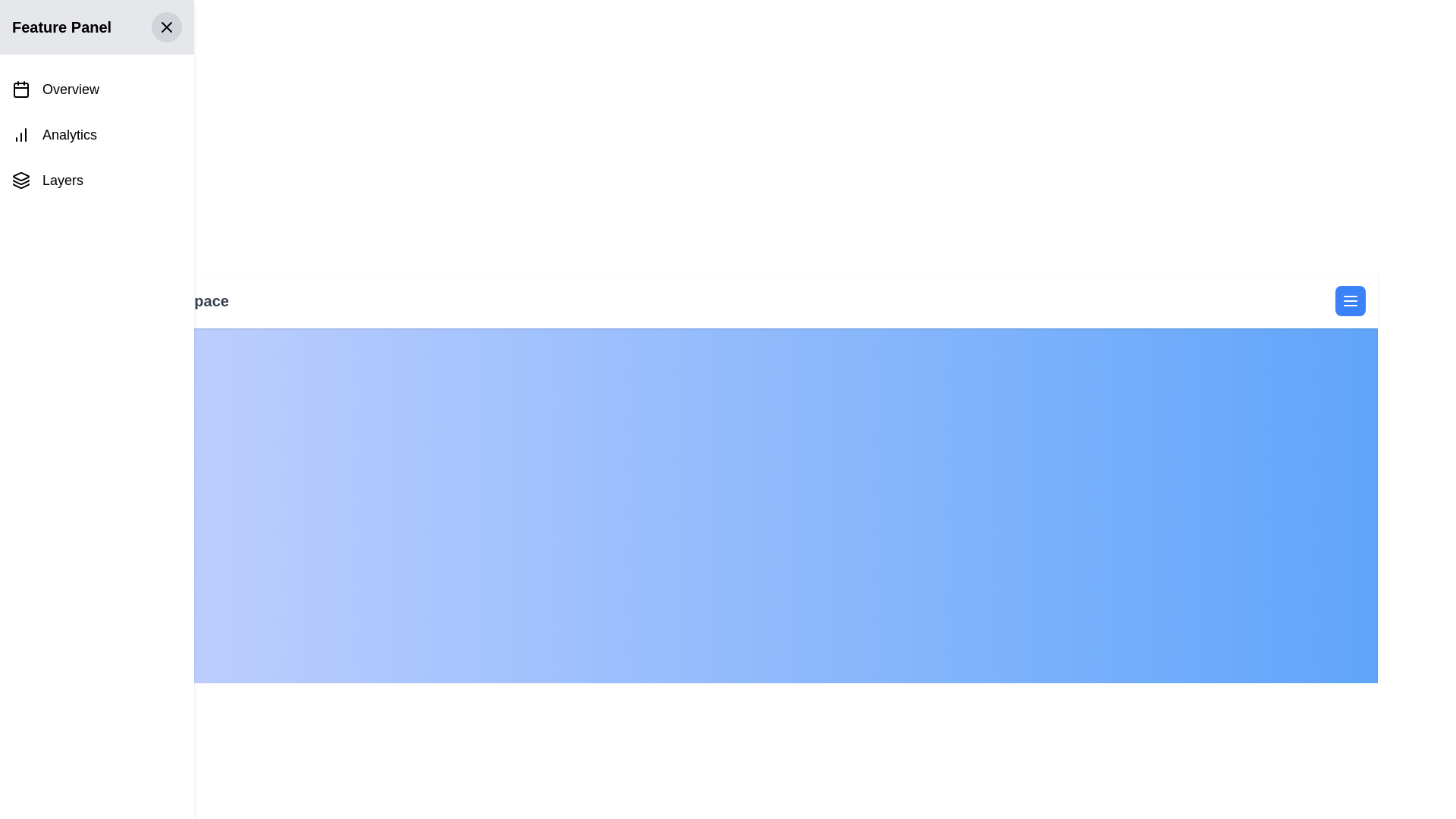 The height and width of the screenshot is (819, 1456). What do you see at coordinates (70, 89) in the screenshot?
I see `the text of the 'Overview' label located in the vertical navigation bar on the left side of the interface, positioned below the calendar icon` at bounding box center [70, 89].